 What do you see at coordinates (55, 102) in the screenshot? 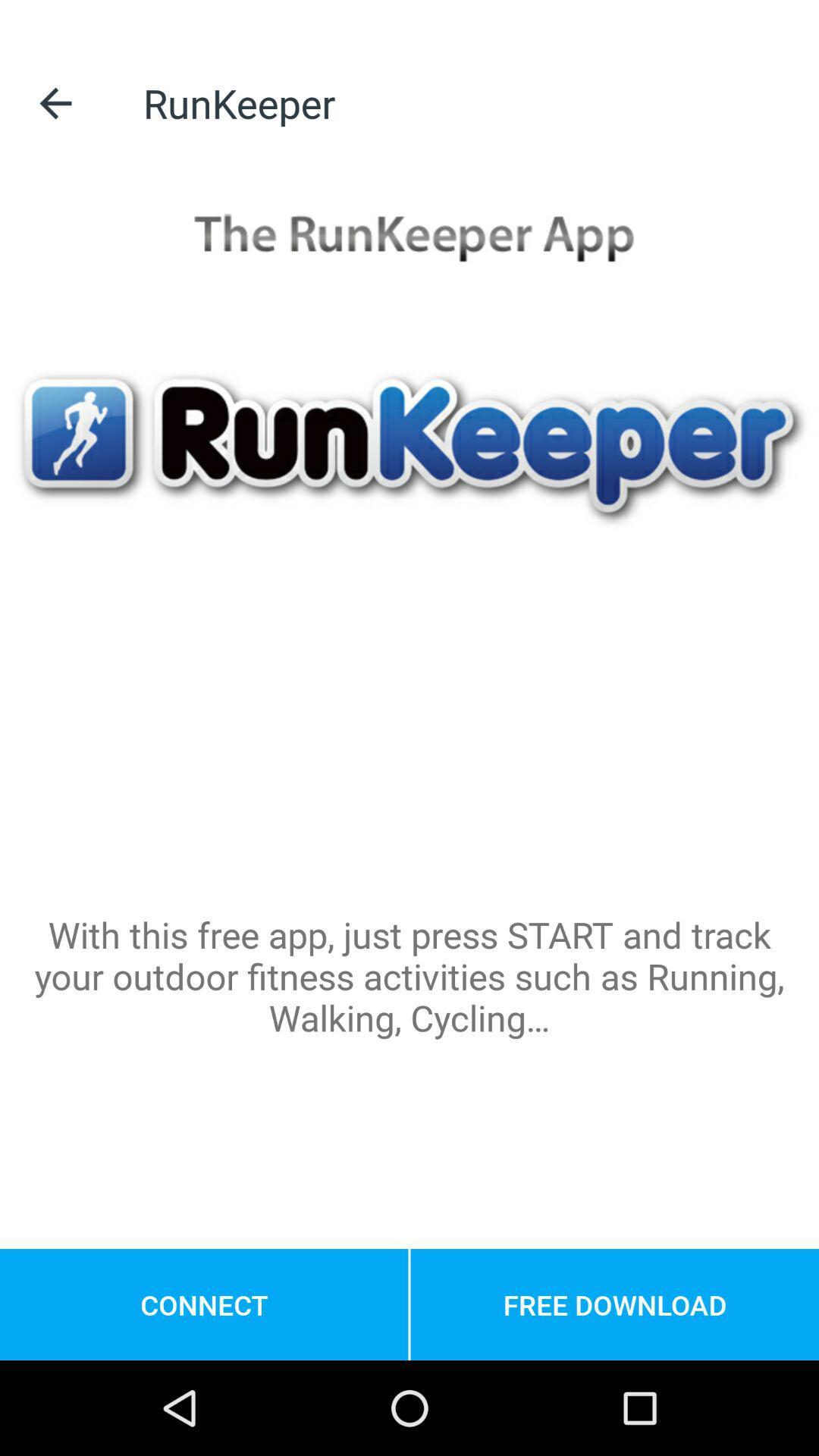
I see `the item next to runkeeper` at bounding box center [55, 102].